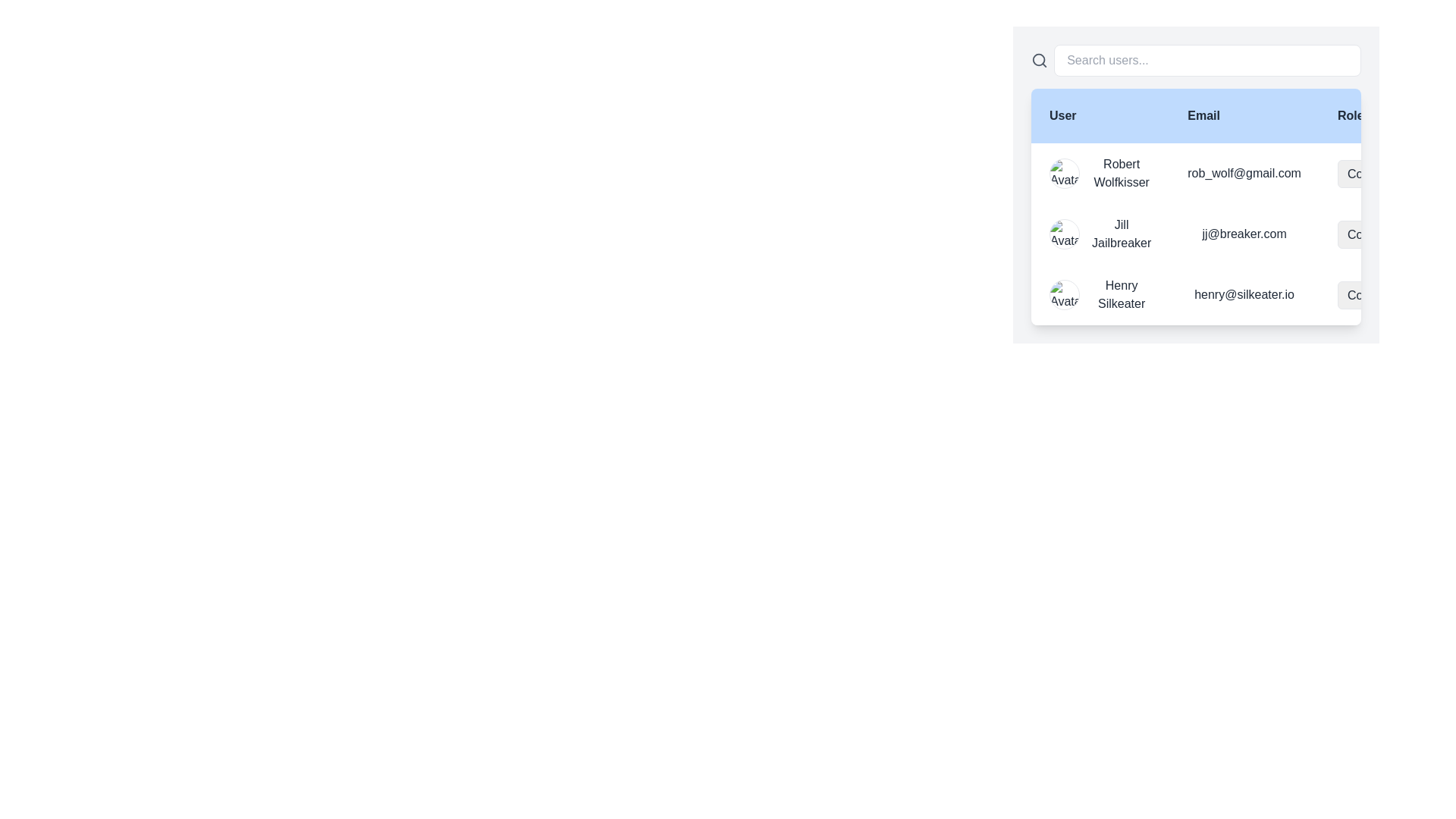 The width and height of the screenshot is (1456, 819). Describe the element at coordinates (1063, 172) in the screenshot. I see `the circular avatar image representing the user profile picture of 'Robert Wolfkisser'` at that location.